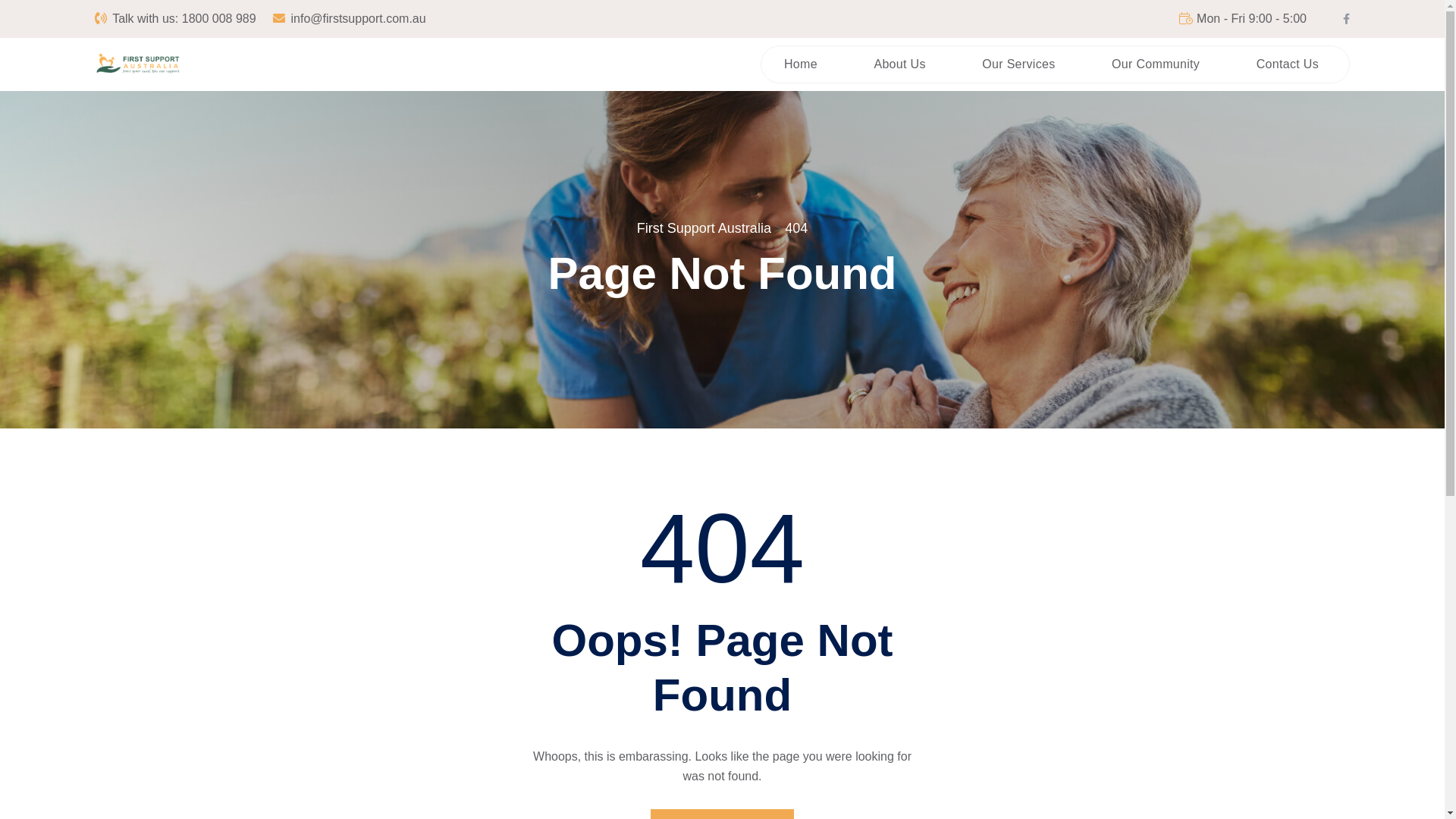 This screenshot has width=1456, height=819. What do you see at coordinates (703, 227) in the screenshot?
I see `'First Support Australia'` at bounding box center [703, 227].